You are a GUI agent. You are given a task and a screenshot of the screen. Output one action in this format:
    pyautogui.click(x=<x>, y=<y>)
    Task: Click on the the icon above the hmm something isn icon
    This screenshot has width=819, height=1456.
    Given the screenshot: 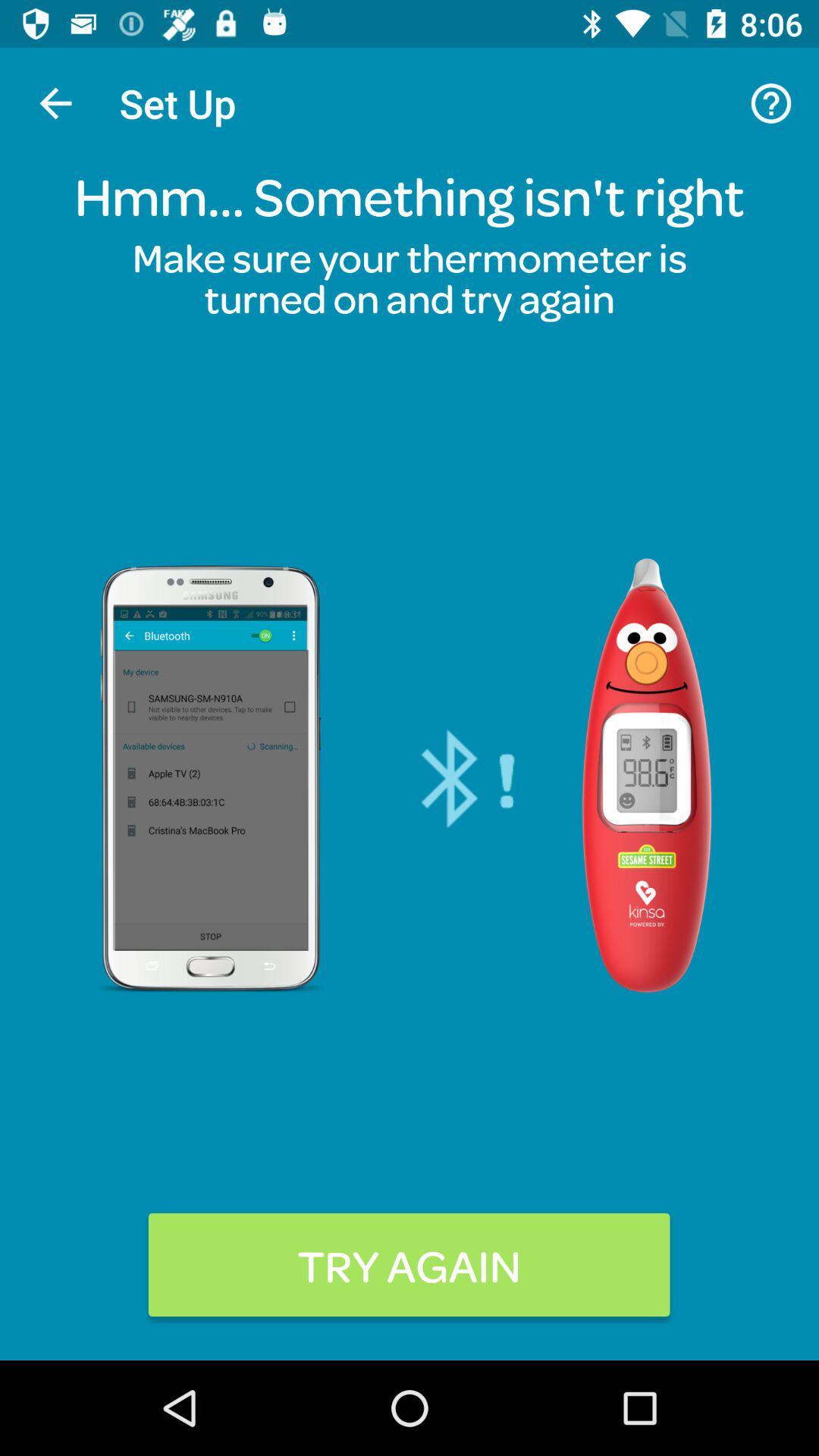 What is the action you would take?
    pyautogui.click(x=771, y=102)
    